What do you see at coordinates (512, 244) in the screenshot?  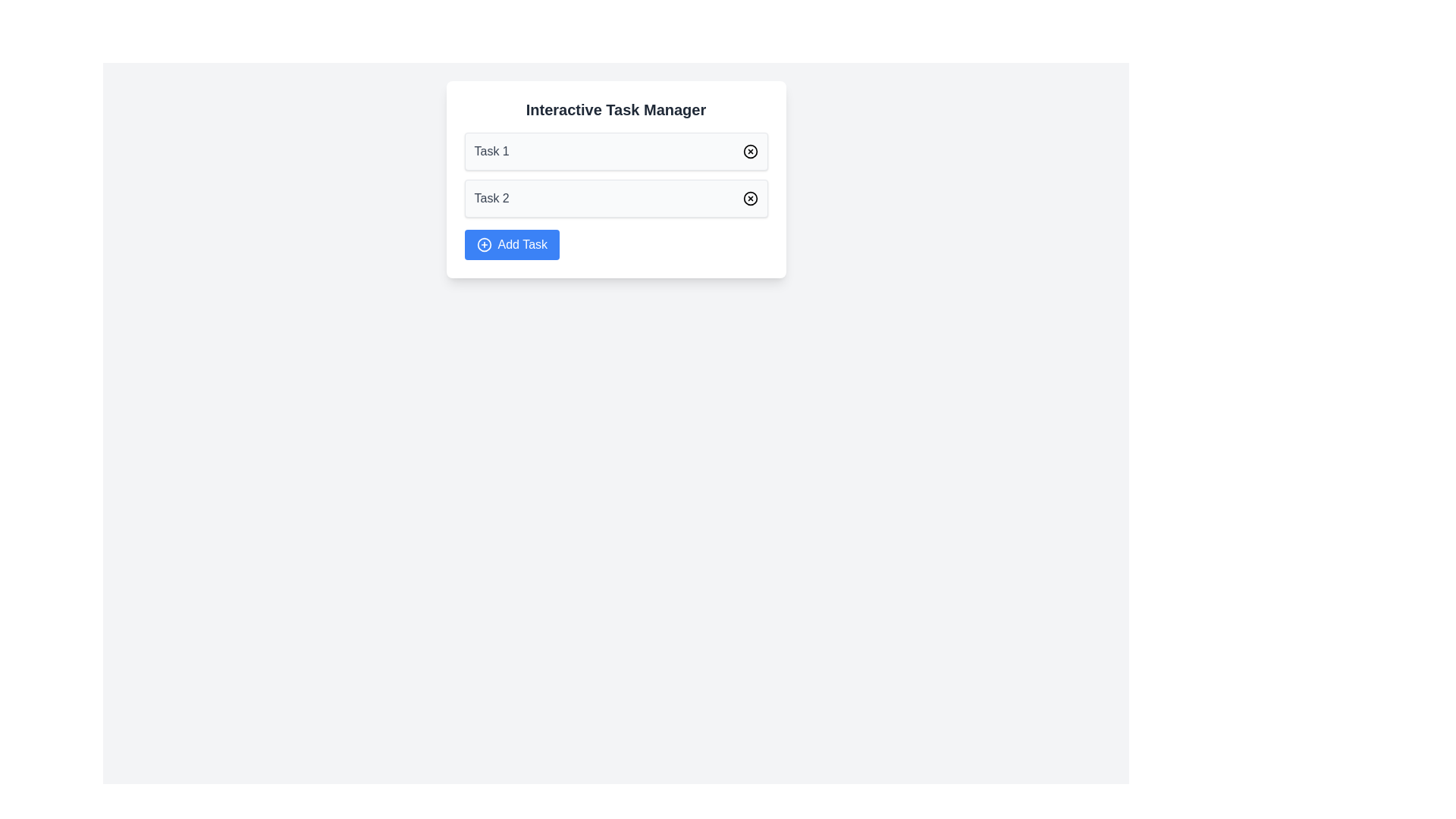 I see `the button located at the bottom of the 'Interactive Task Manager' card` at bounding box center [512, 244].